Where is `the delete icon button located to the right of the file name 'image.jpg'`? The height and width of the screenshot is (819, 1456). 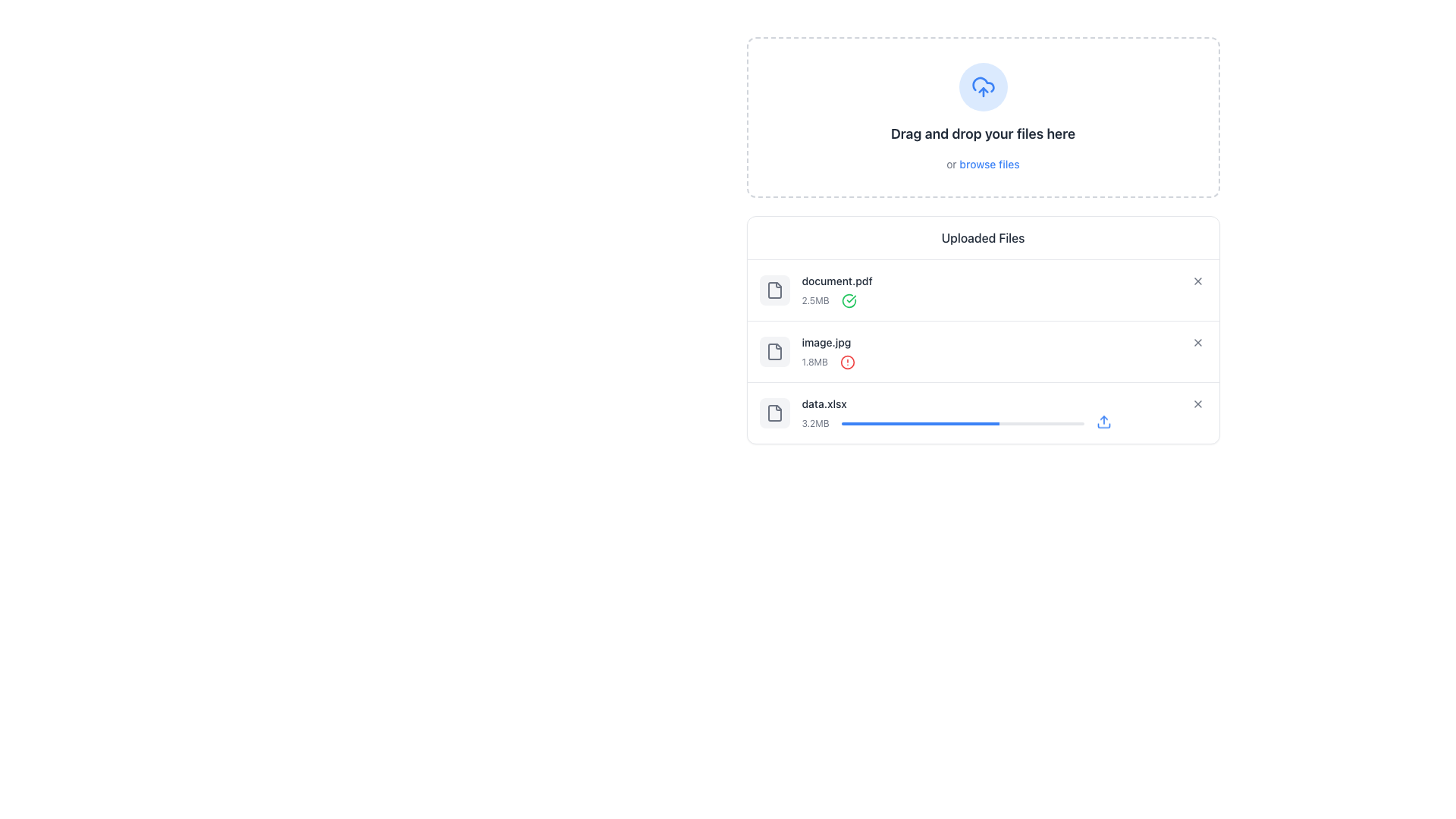
the delete icon button located to the right of the file name 'image.jpg' is located at coordinates (1197, 342).